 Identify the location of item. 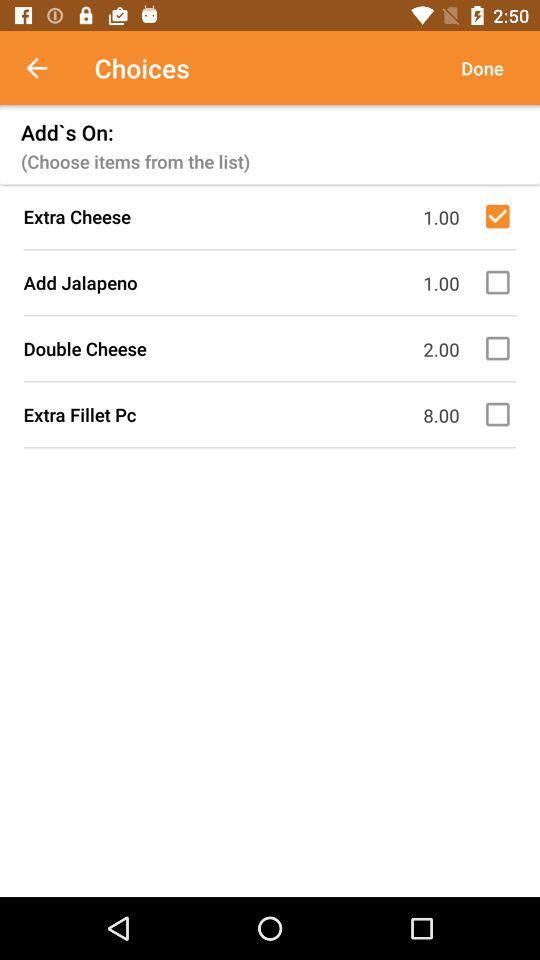
(500, 413).